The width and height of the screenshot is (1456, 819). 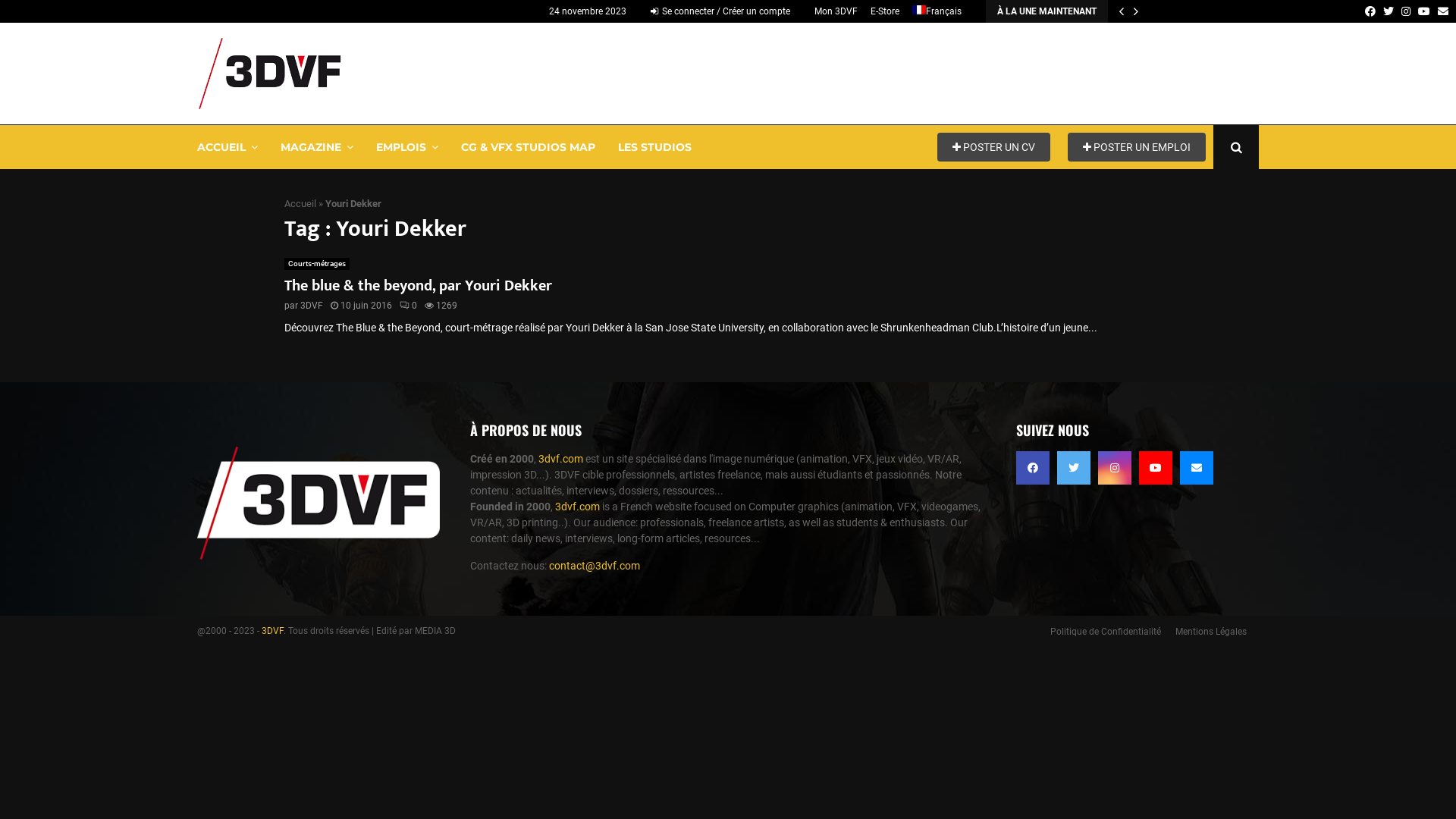 I want to click on 'POSTER UN CV', so click(x=993, y=146).